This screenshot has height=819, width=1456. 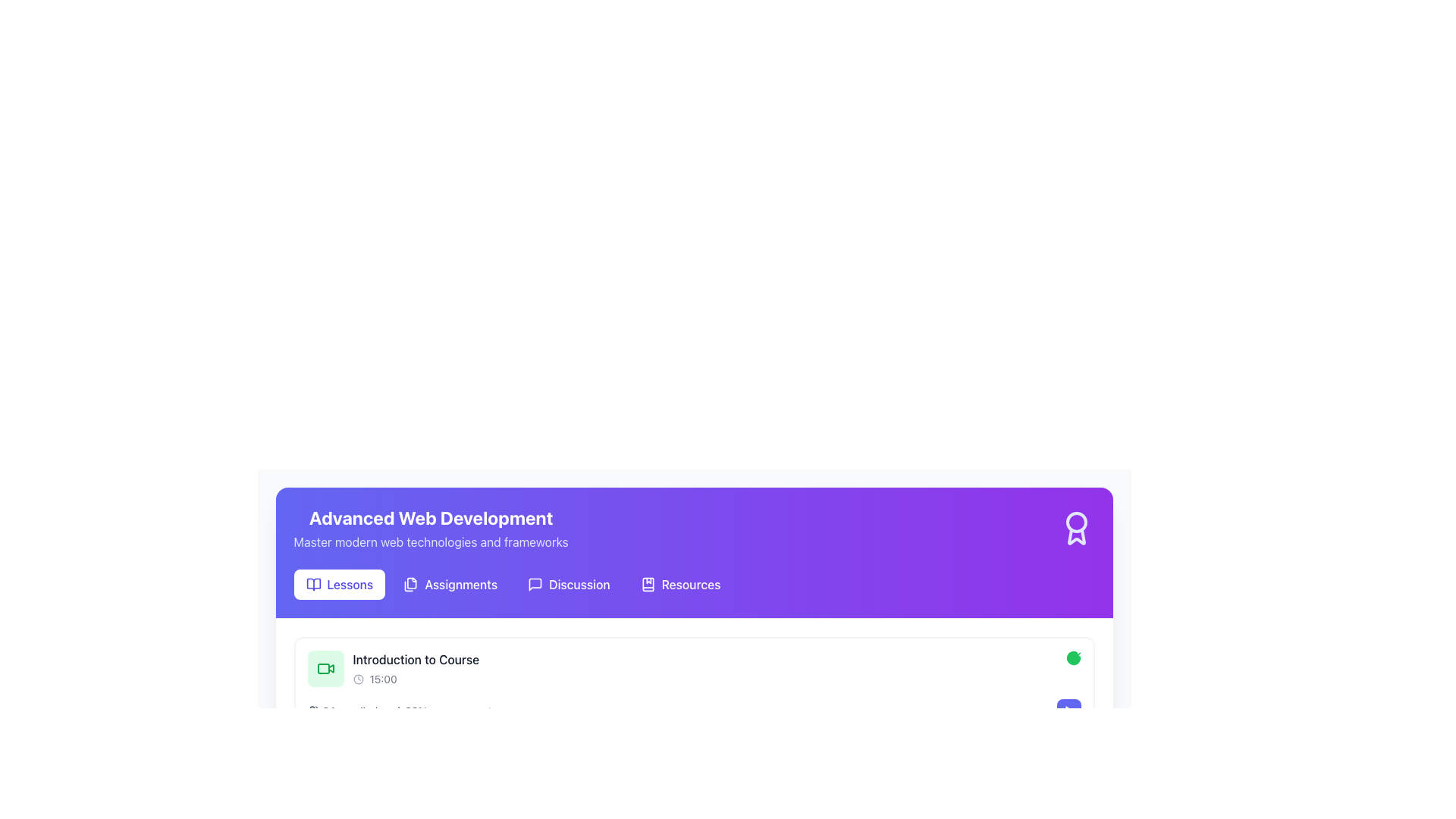 What do you see at coordinates (535, 584) in the screenshot?
I see `the messaging icon located in the purple header section, positioned to the right of 'Lessons,' 'Assignments,' and 'Discussion'` at bounding box center [535, 584].